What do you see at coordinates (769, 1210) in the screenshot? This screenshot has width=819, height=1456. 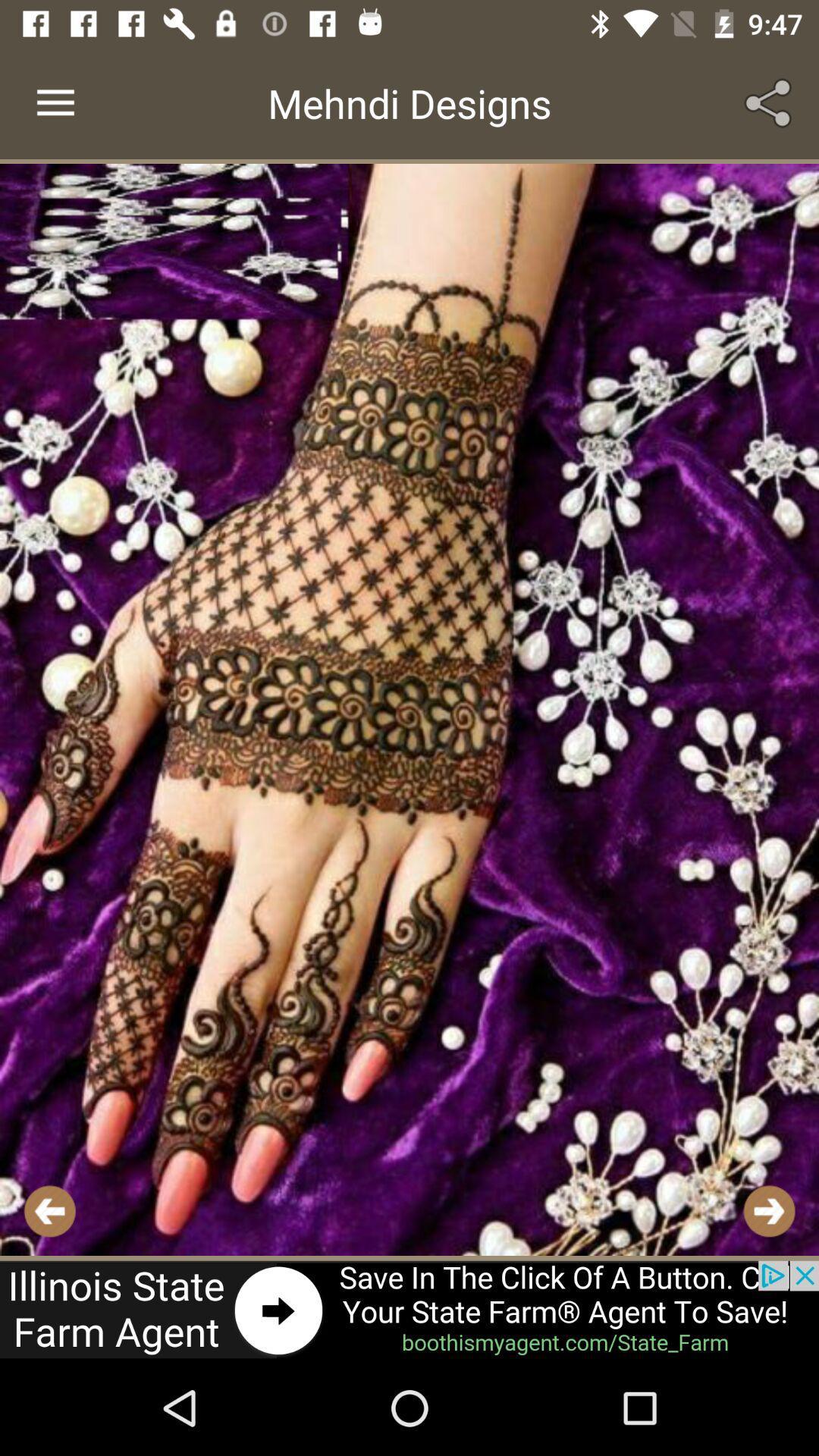 I see `next` at bounding box center [769, 1210].